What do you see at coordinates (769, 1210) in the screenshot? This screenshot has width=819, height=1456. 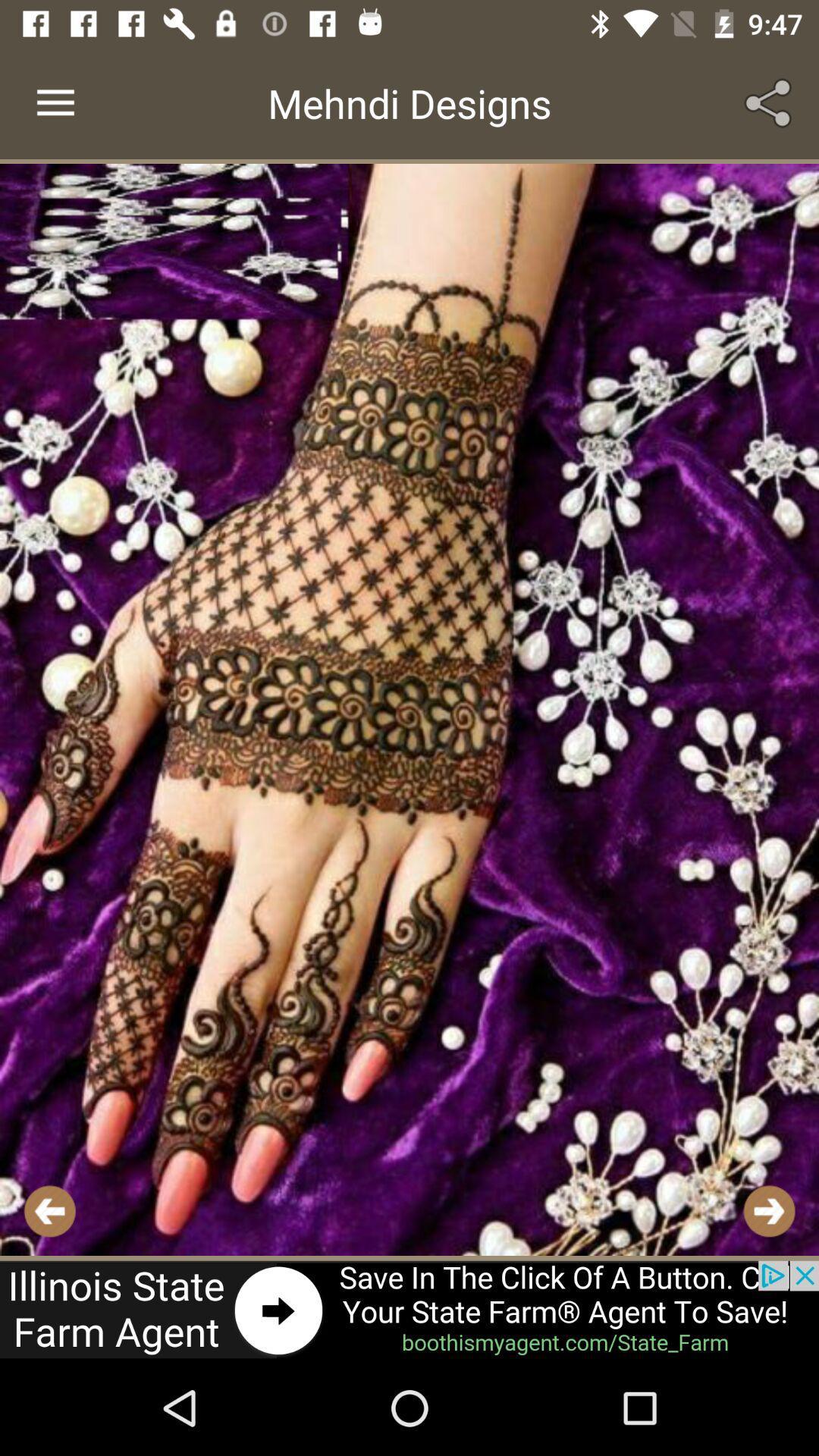 I see `next` at bounding box center [769, 1210].